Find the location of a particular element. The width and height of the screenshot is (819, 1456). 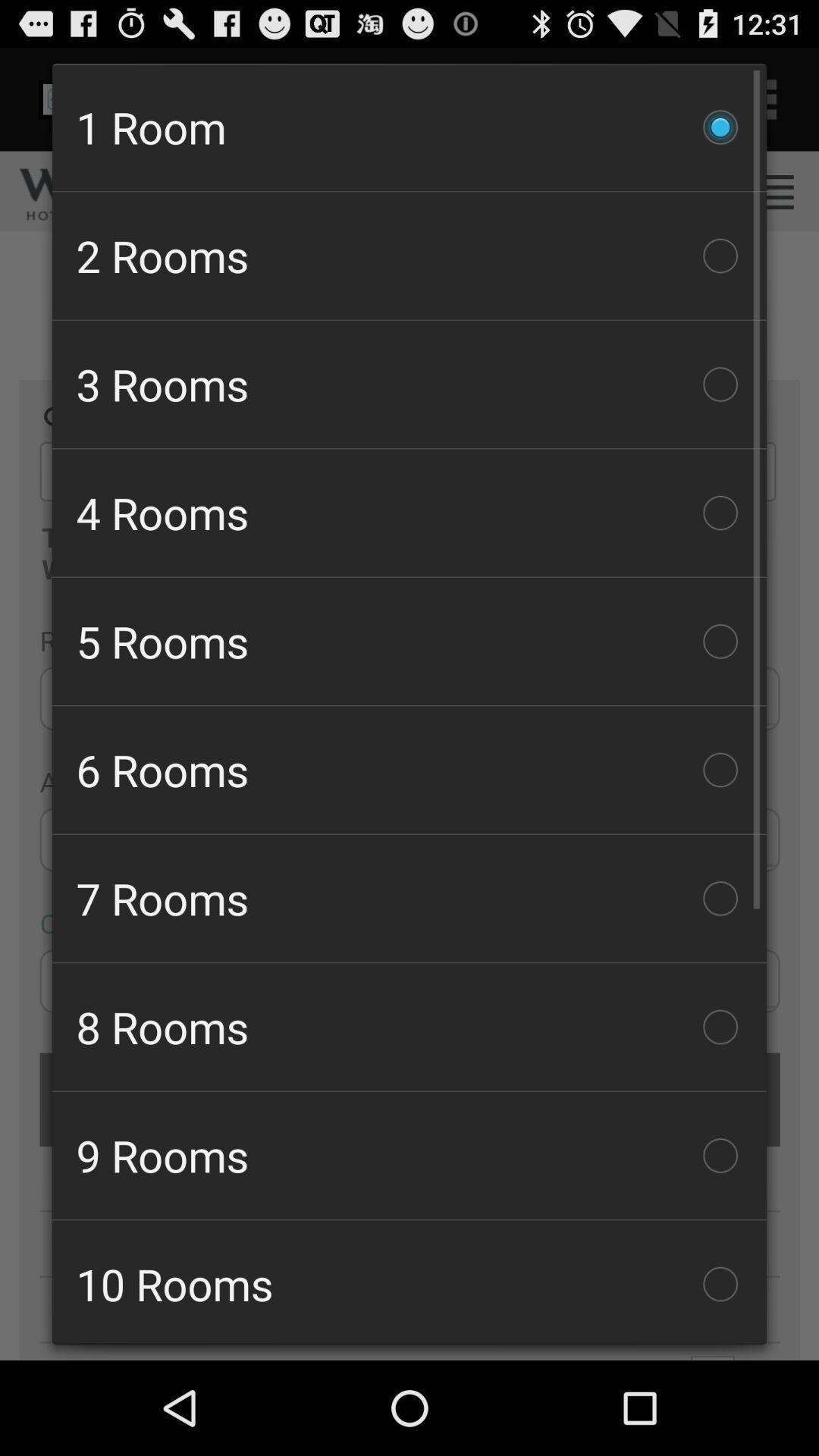

the item below the 2 rooms item is located at coordinates (409, 384).